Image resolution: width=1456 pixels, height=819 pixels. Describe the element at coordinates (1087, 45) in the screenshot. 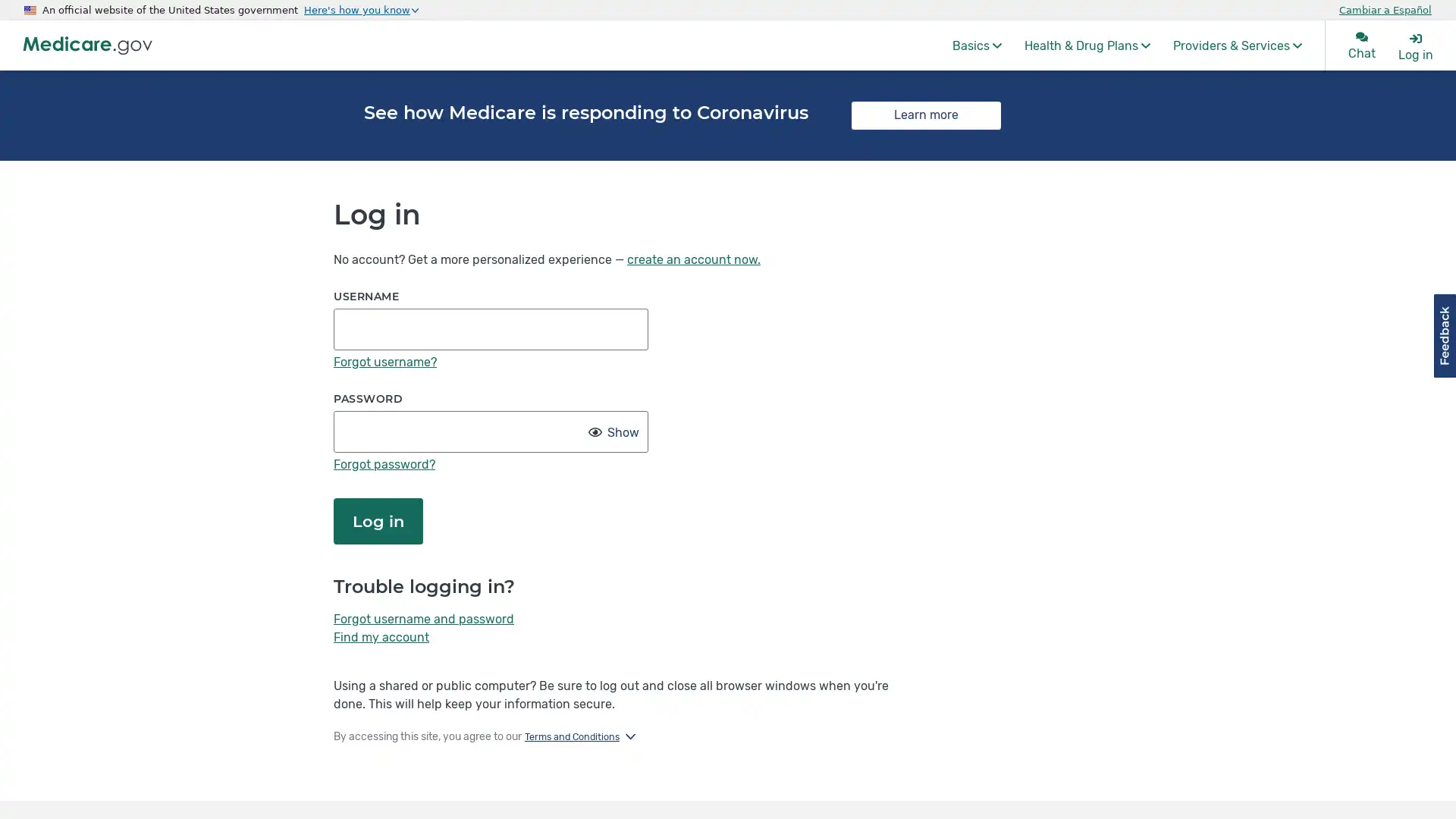

I see `Health & Drug Plans` at that location.